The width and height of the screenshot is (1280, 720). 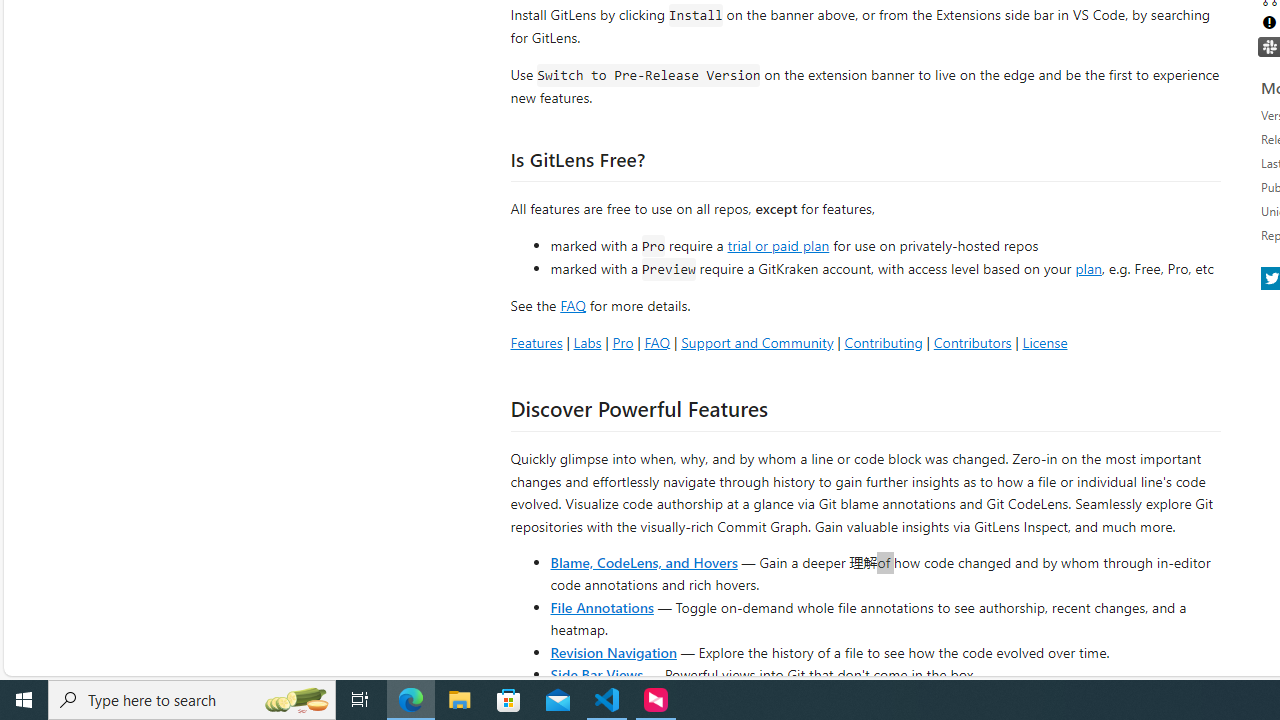 What do you see at coordinates (536, 341) in the screenshot?
I see `'Features'` at bounding box center [536, 341].